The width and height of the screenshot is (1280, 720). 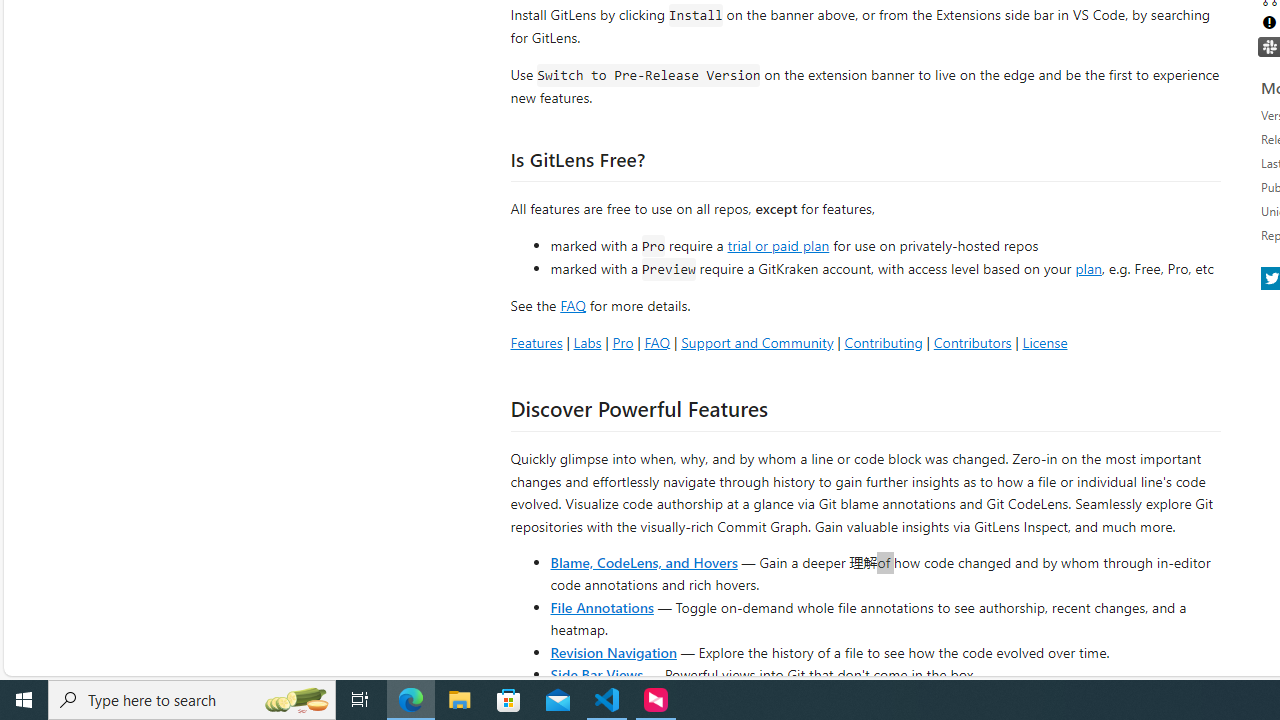 What do you see at coordinates (536, 341) in the screenshot?
I see `'Features'` at bounding box center [536, 341].